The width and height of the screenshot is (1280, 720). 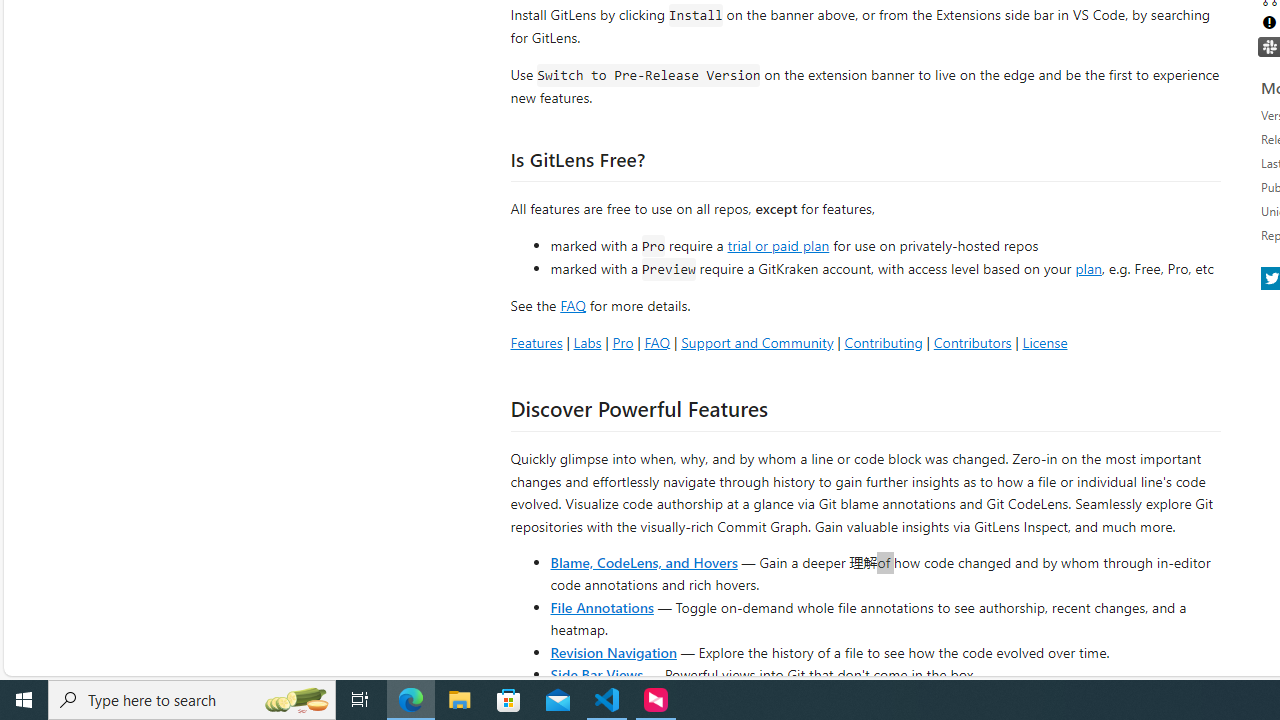 What do you see at coordinates (536, 341) in the screenshot?
I see `'Features'` at bounding box center [536, 341].